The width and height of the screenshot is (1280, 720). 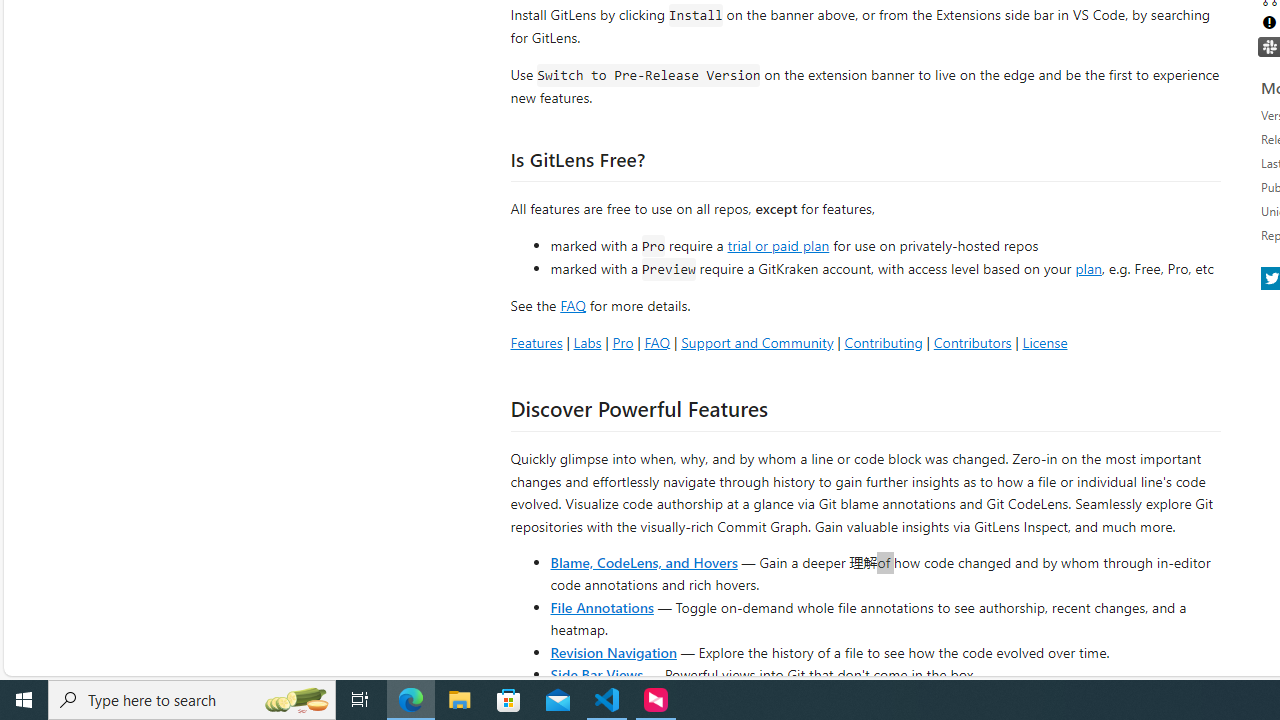 What do you see at coordinates (536, 341) in the screenshot?
I see `'Features'` at bounding box center [536, 341].